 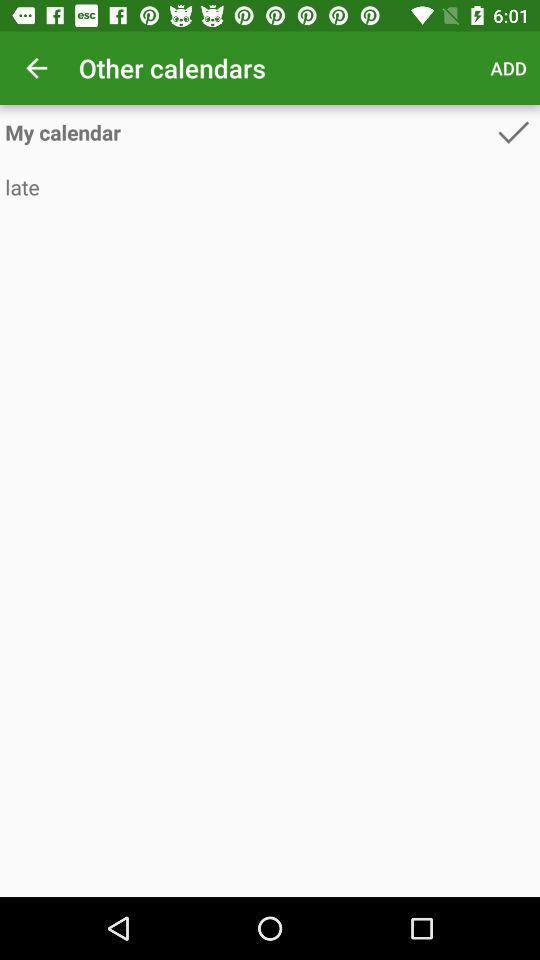 What do you see at coordinates (508, 68) in the screenshot?
I see `add item` at bounding box center [508, 68].